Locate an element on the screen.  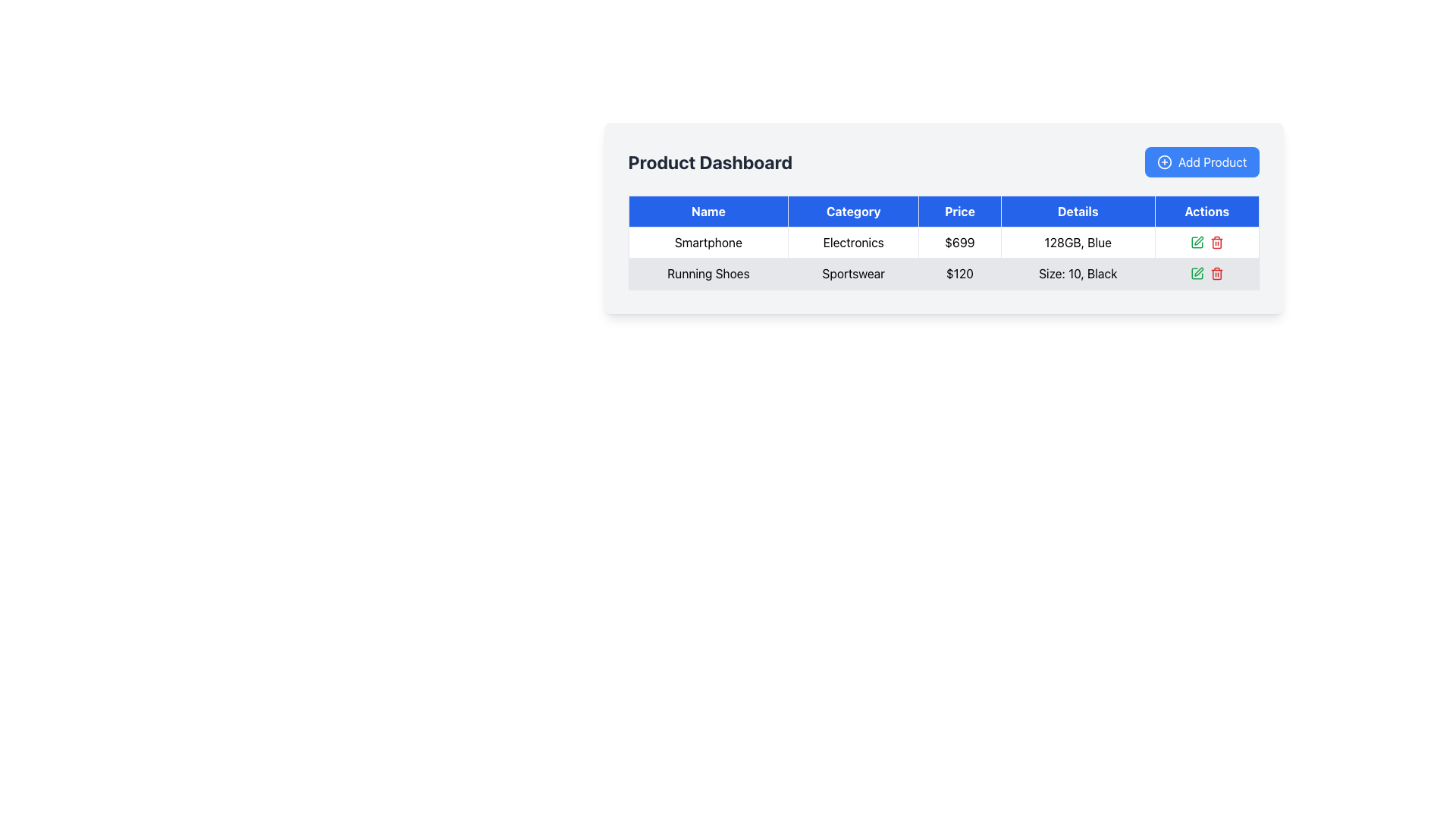
text content of the label displaying '128GB, Blue' located in the 'Details' column of the first row of the table is located at coordinates (1077, 242).